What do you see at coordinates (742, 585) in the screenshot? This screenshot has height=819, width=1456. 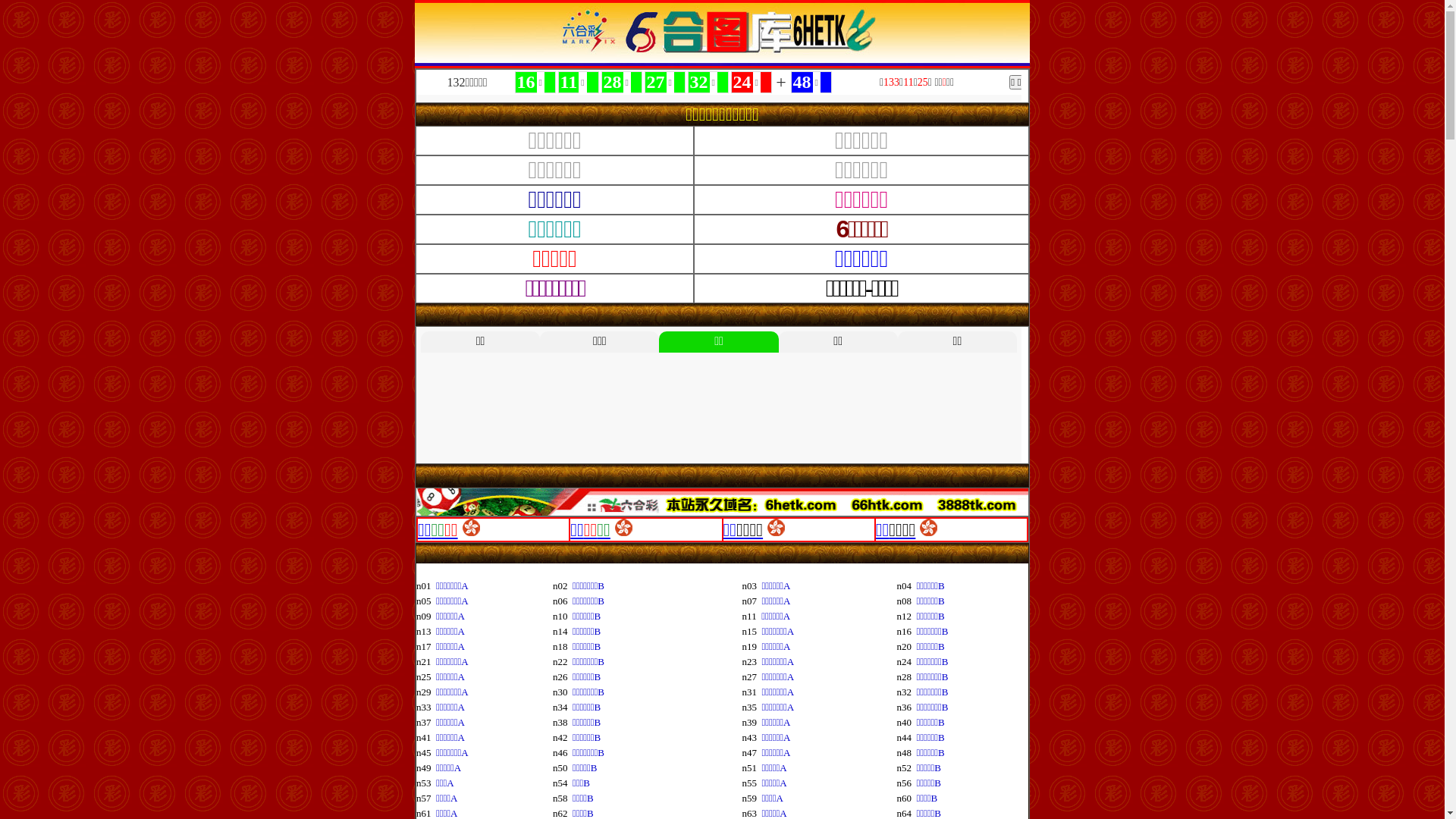 I see `'n03 '` at bounding box center [742, 585].